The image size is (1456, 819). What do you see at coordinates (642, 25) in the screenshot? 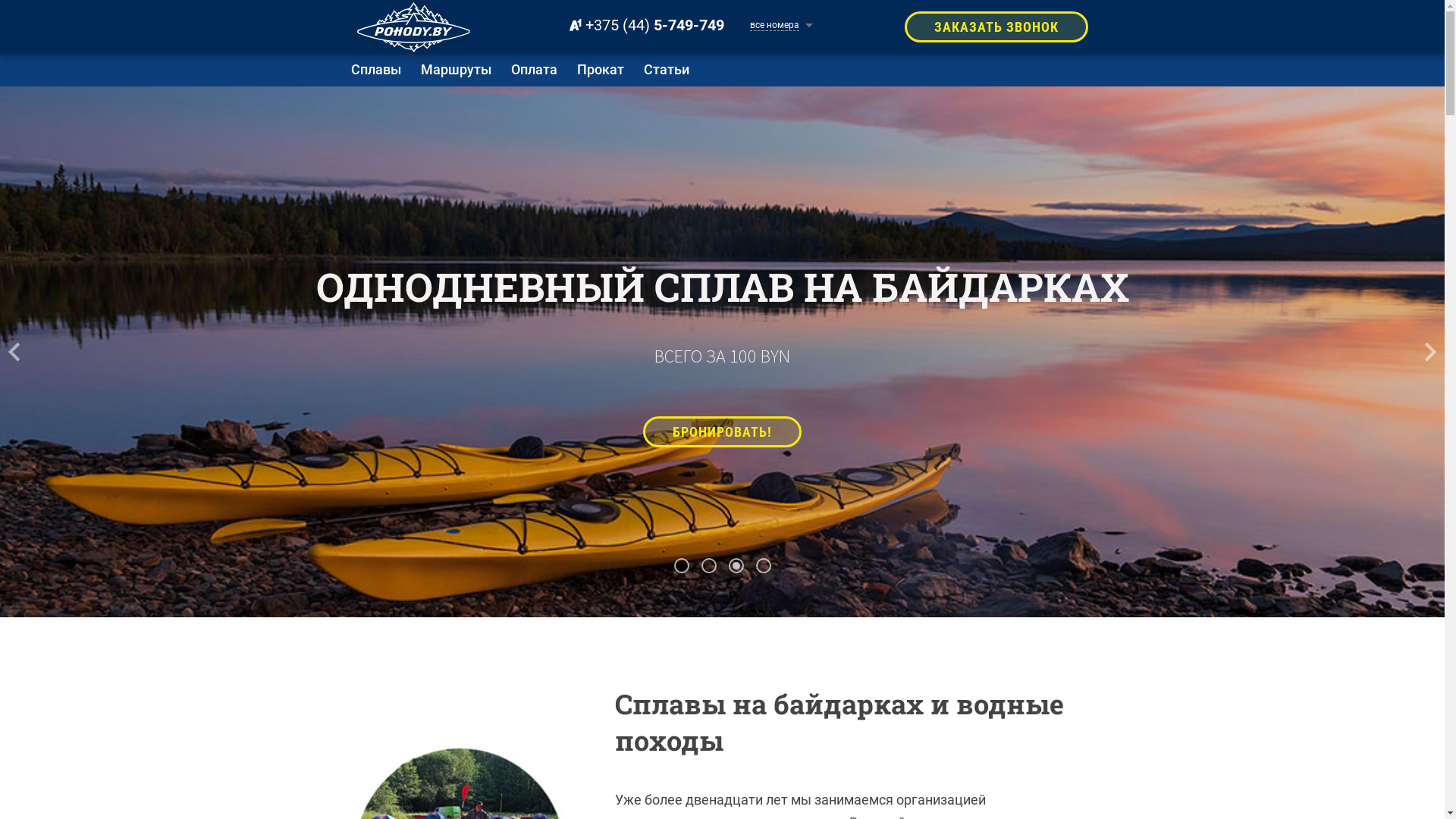
I see `'+375 (44) 5-749-749'` at bounding box center [642, 25].